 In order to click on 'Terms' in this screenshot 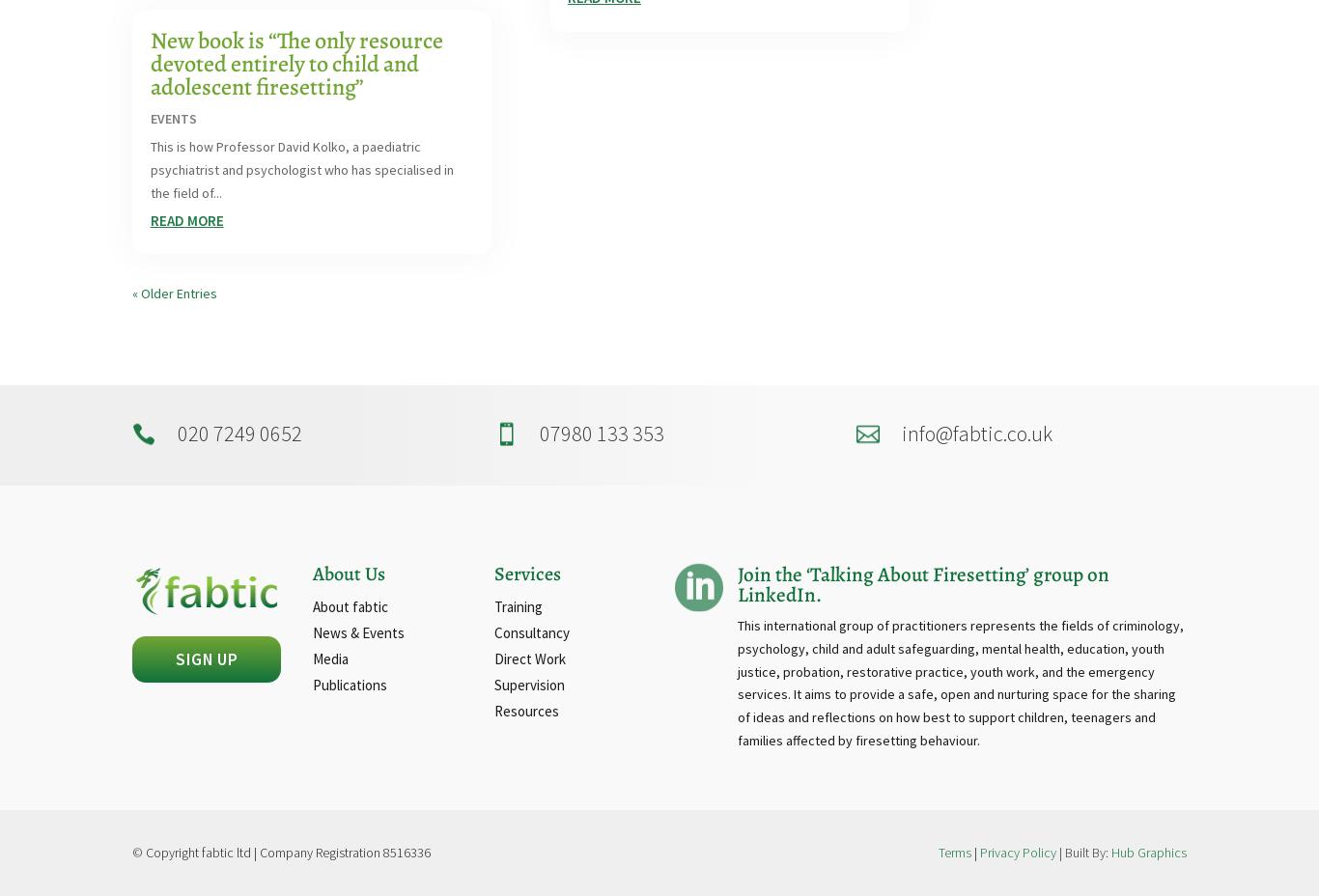, I will do `click(954, 852)`.